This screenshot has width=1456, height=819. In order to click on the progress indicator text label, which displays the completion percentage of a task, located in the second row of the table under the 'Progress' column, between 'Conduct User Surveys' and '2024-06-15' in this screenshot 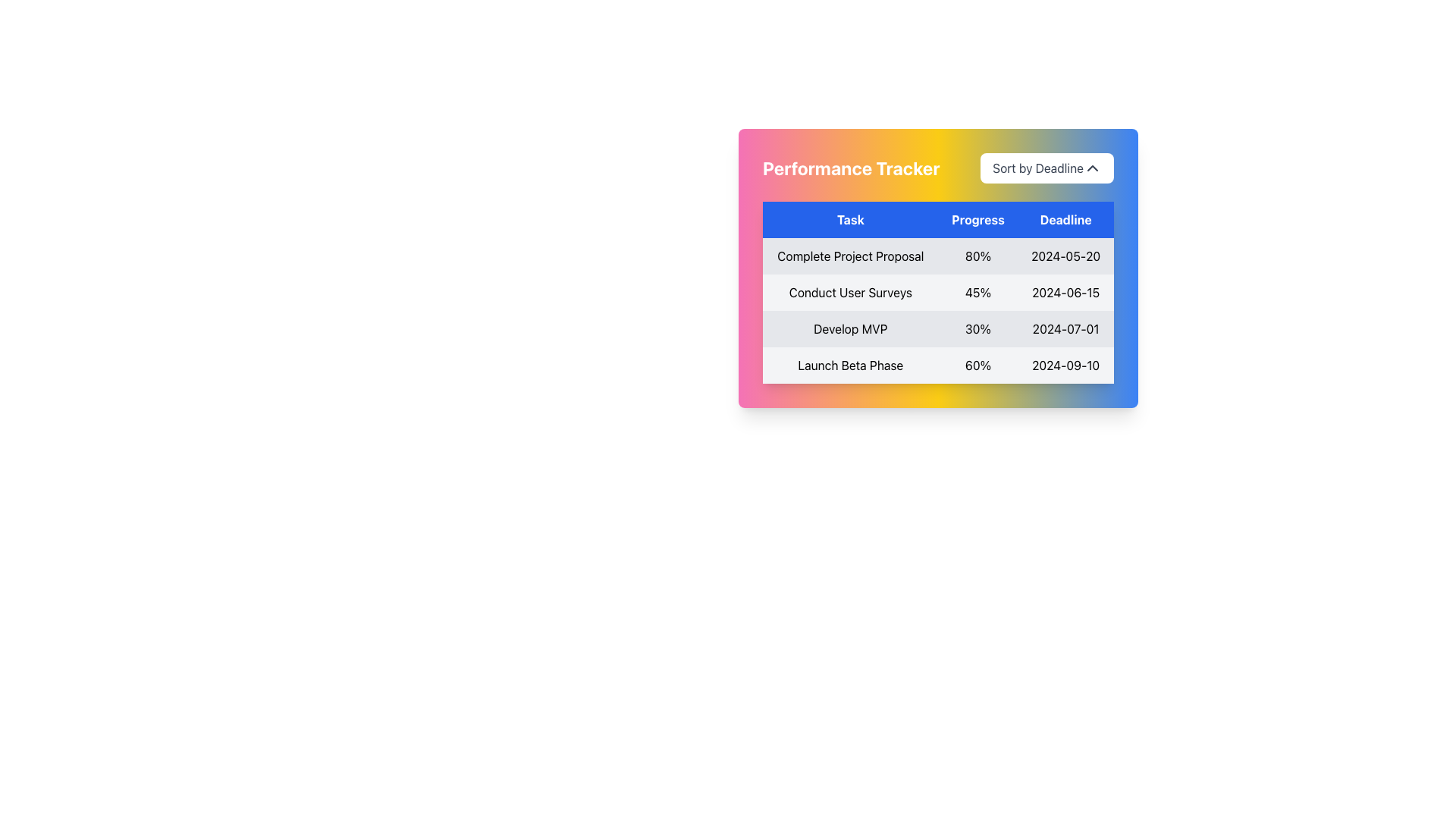, I will do `click(978, 292)`.